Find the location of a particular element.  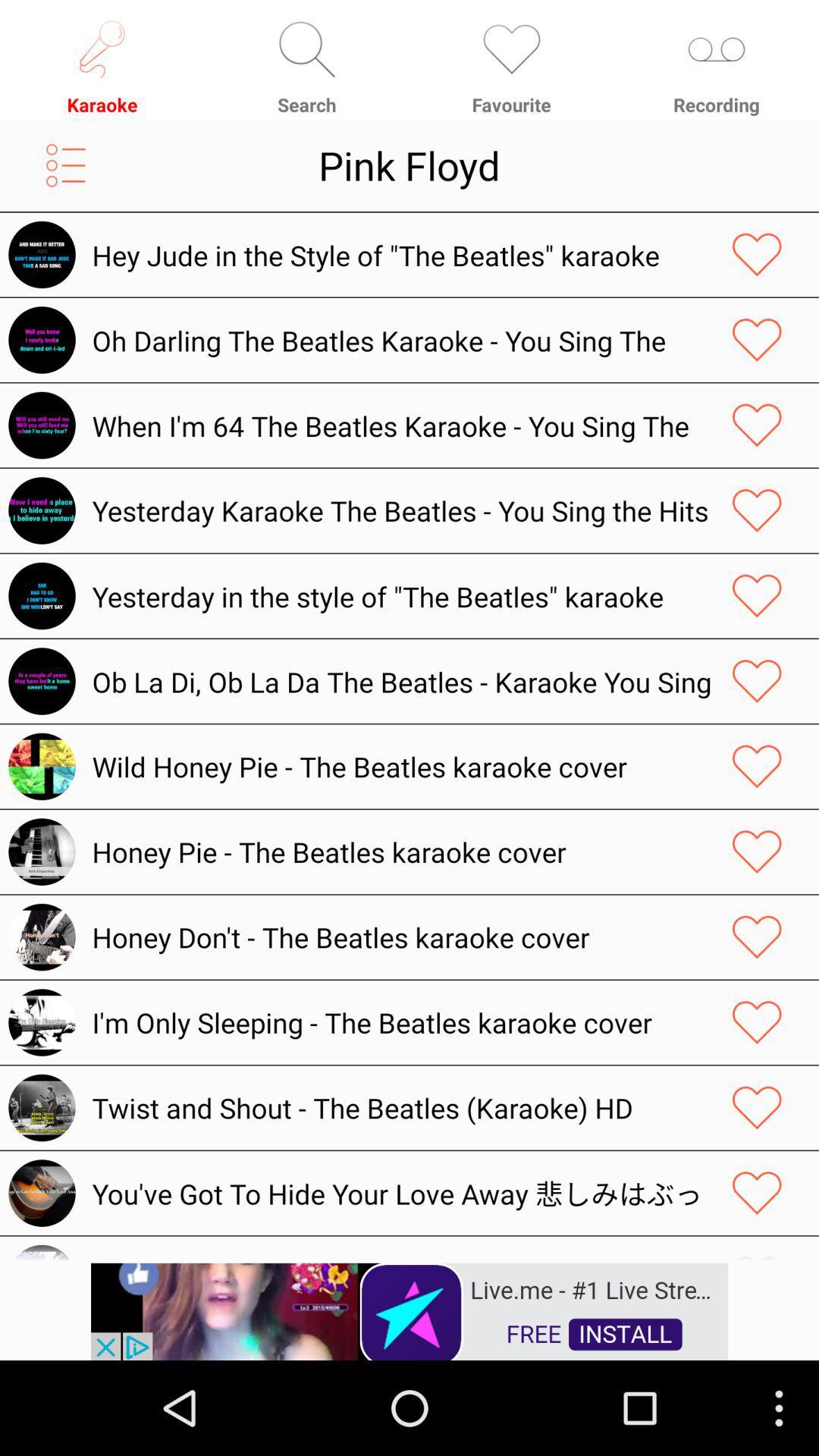

menu is located at coordinates (65, 165).